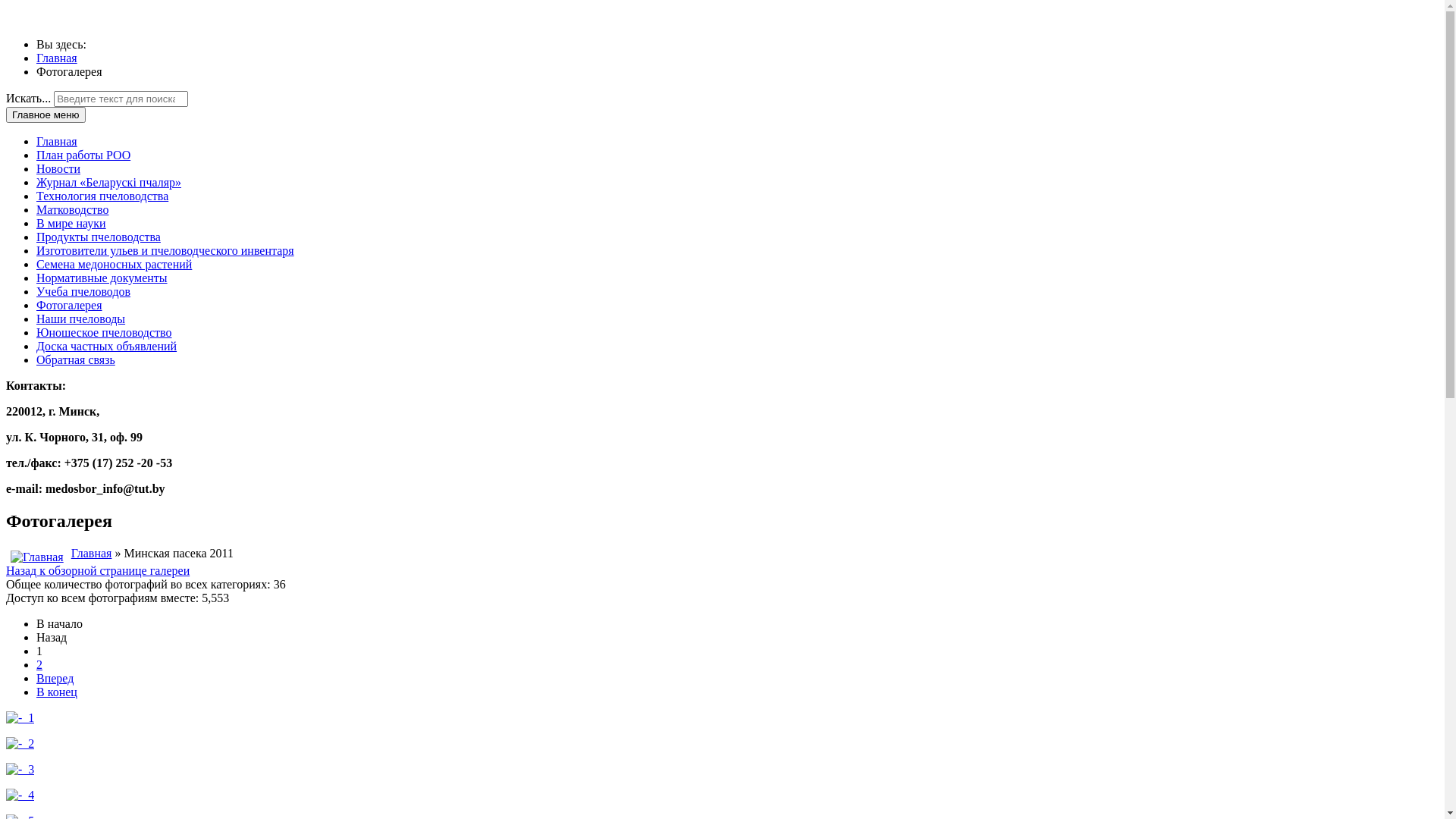 The width and height of the screenshot is (1456, 819). Describe the element at coordinates (20, 717) in the screenshot. I see `'-_1'` at that location.